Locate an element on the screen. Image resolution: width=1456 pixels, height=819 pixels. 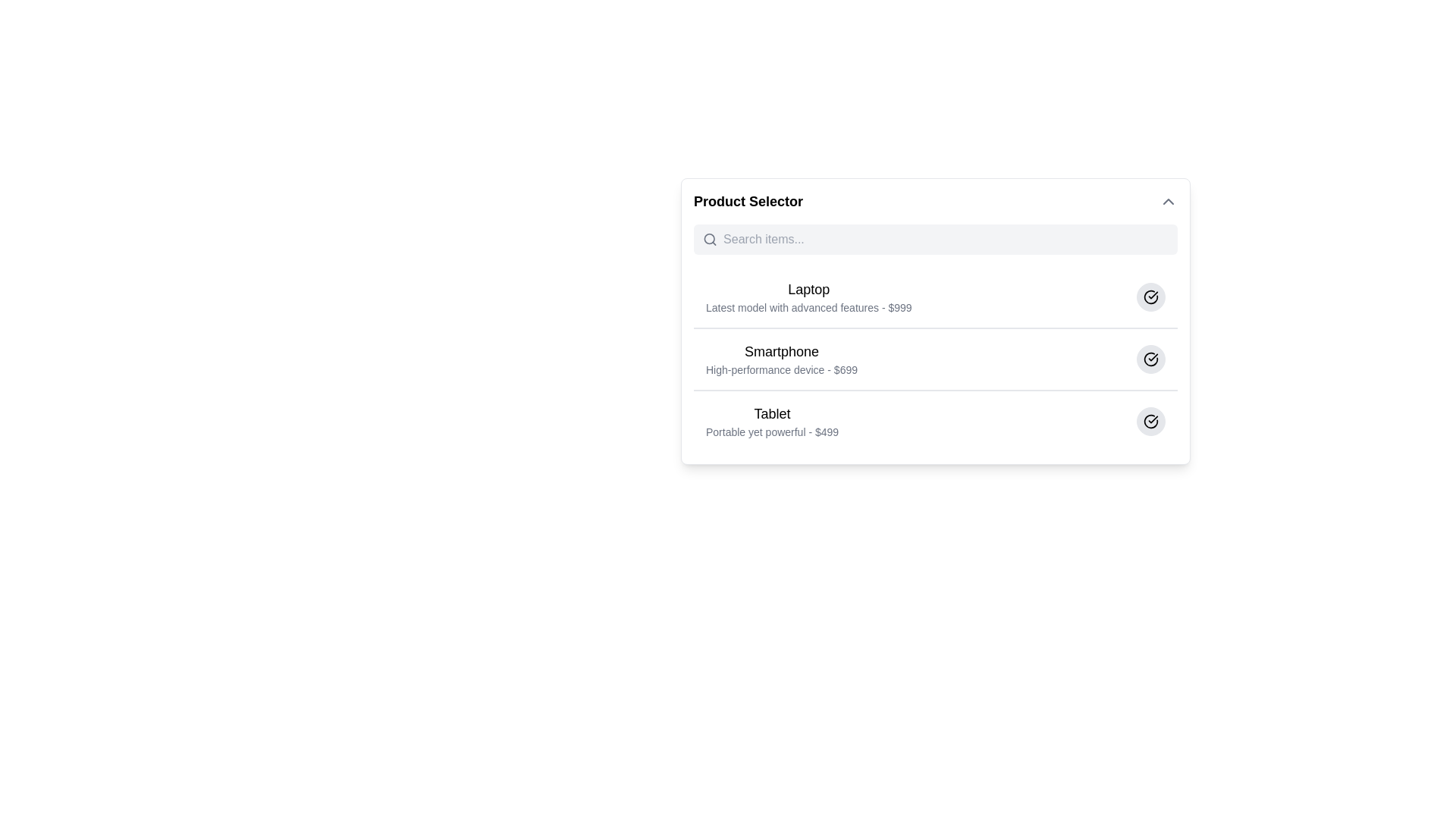
text label that identifies the product category or item located at the top of the 'Product Selector' interface, positioned above the description line for the latest model is located at coordinates (808, 289).